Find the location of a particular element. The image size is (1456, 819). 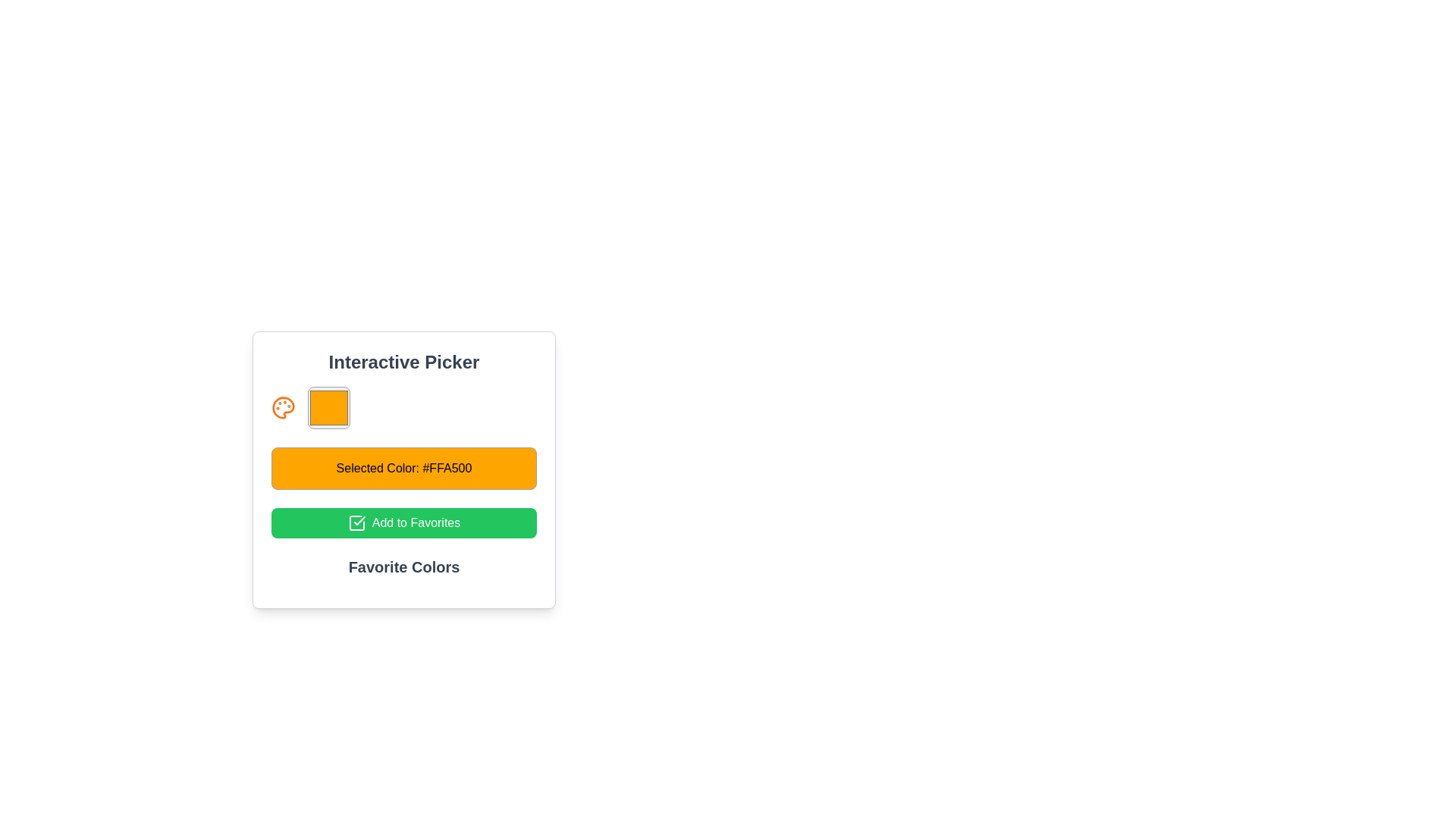

the color palette icon with an orange outline located in the top-left region of the Interactive Picker interface, adjacent to the orange color preview box is located at coordinates (284, 406).